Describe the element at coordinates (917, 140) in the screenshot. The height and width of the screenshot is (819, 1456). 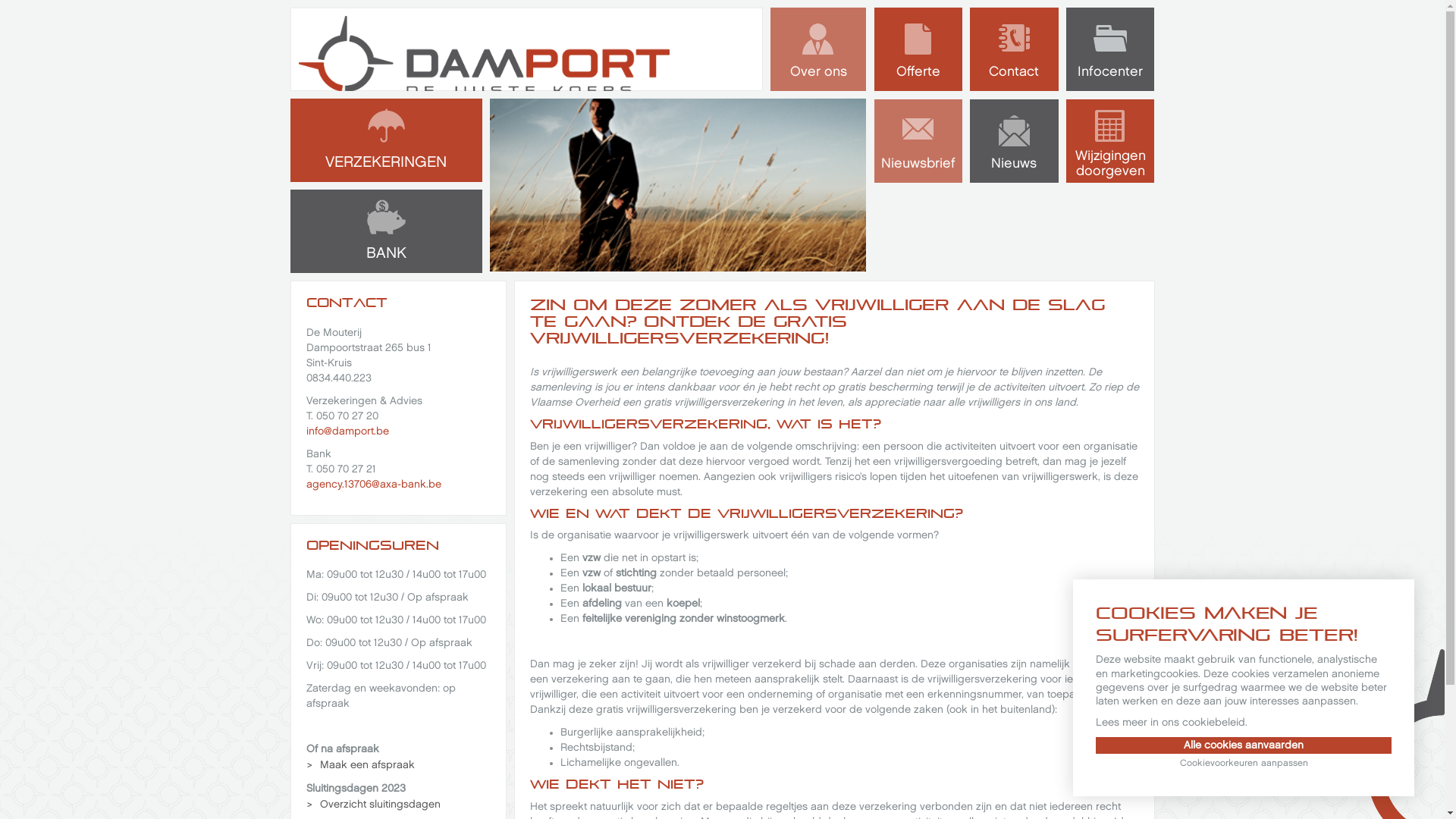
I see `'Nieuwsbrief'` at that location.